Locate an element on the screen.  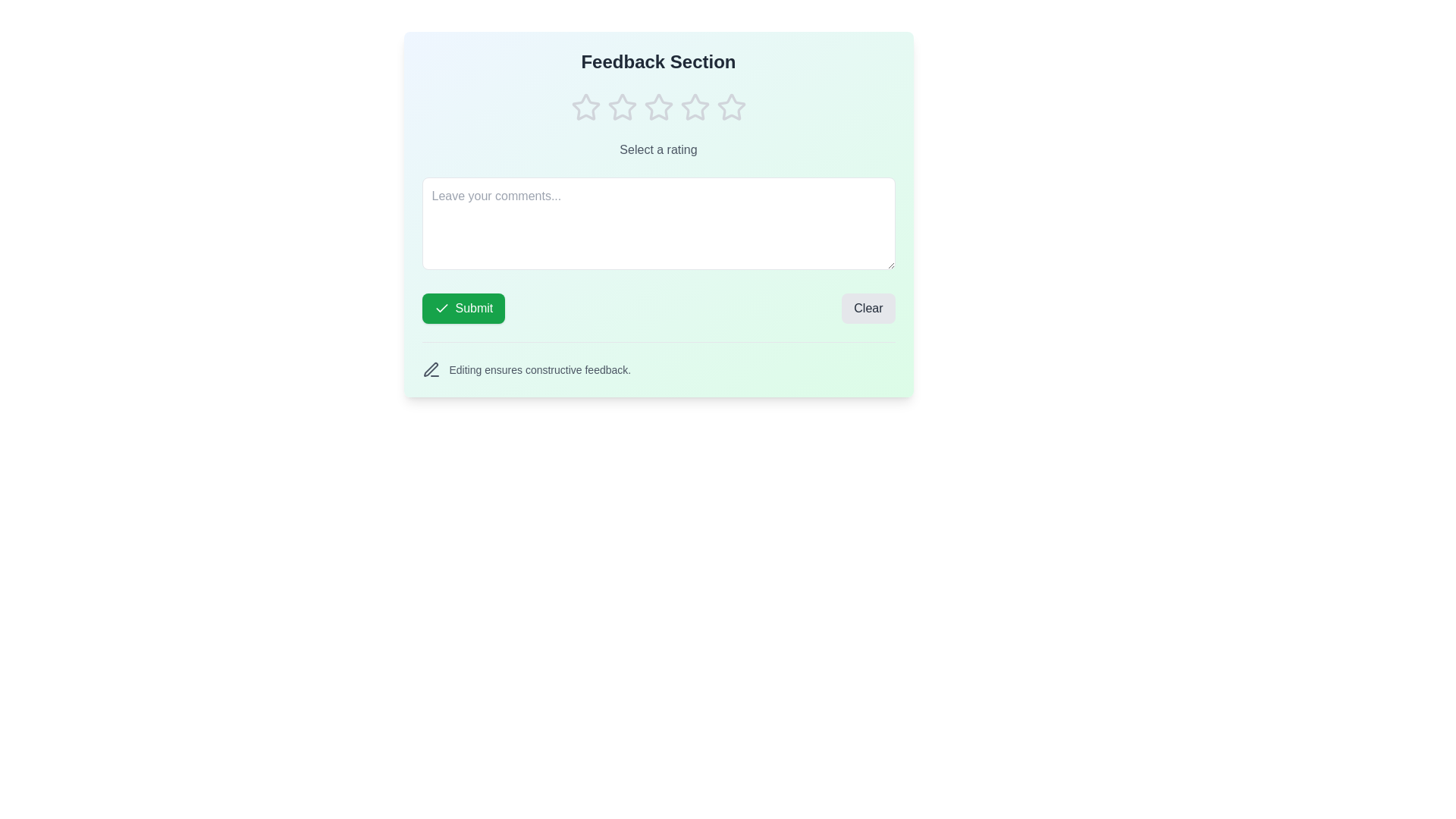
the button that clears or resets associated input fields, located to the right of the green 'Submit' button is located at coordinates (868, 308).